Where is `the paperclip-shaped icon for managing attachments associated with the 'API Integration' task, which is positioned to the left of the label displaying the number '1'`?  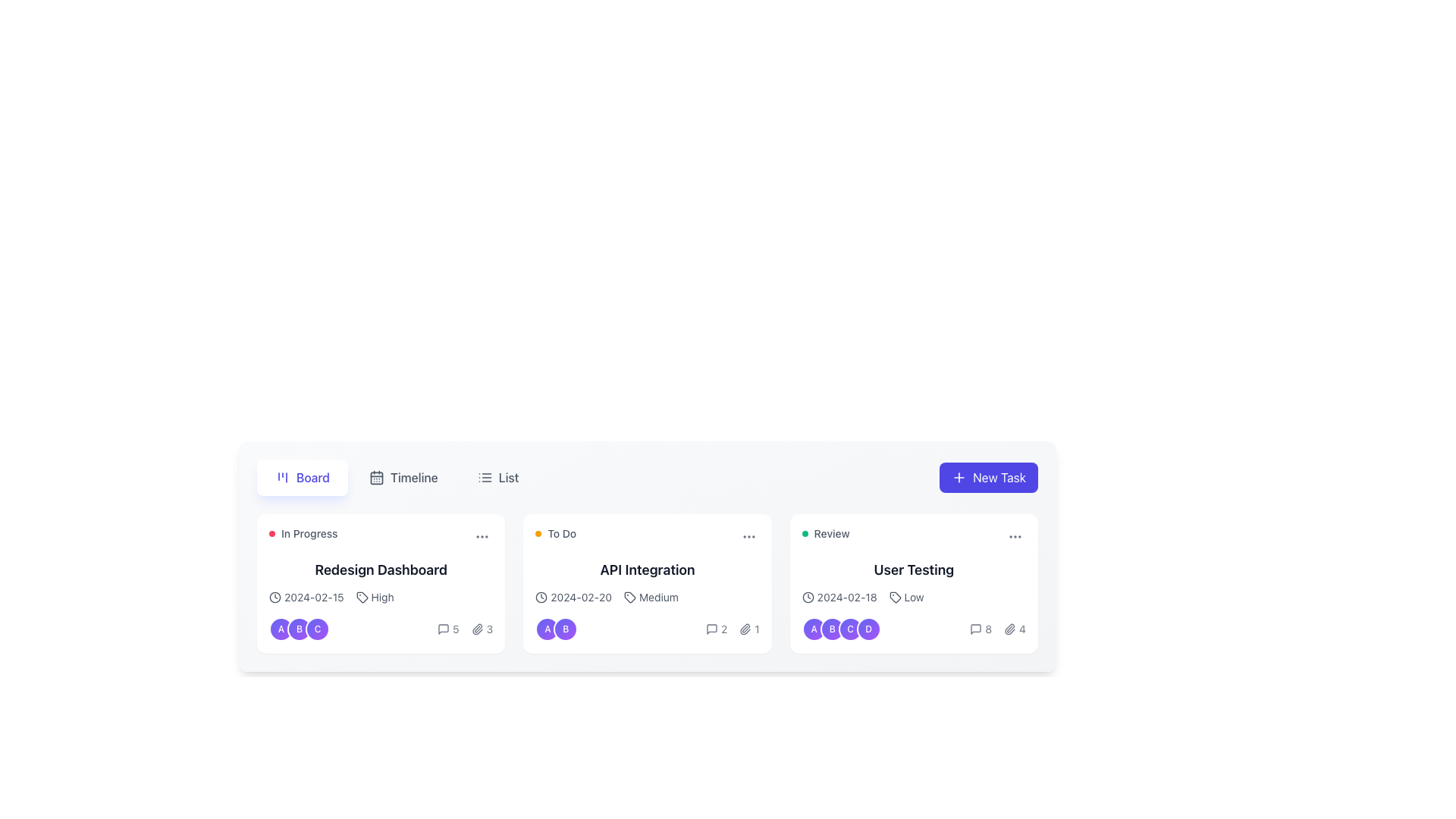
the paperclip-shaped icon for managing attachments associated with the 'API Integration' task, which is positioned to the left of the label displaying the number '1' is located at coordinates (745, 629).